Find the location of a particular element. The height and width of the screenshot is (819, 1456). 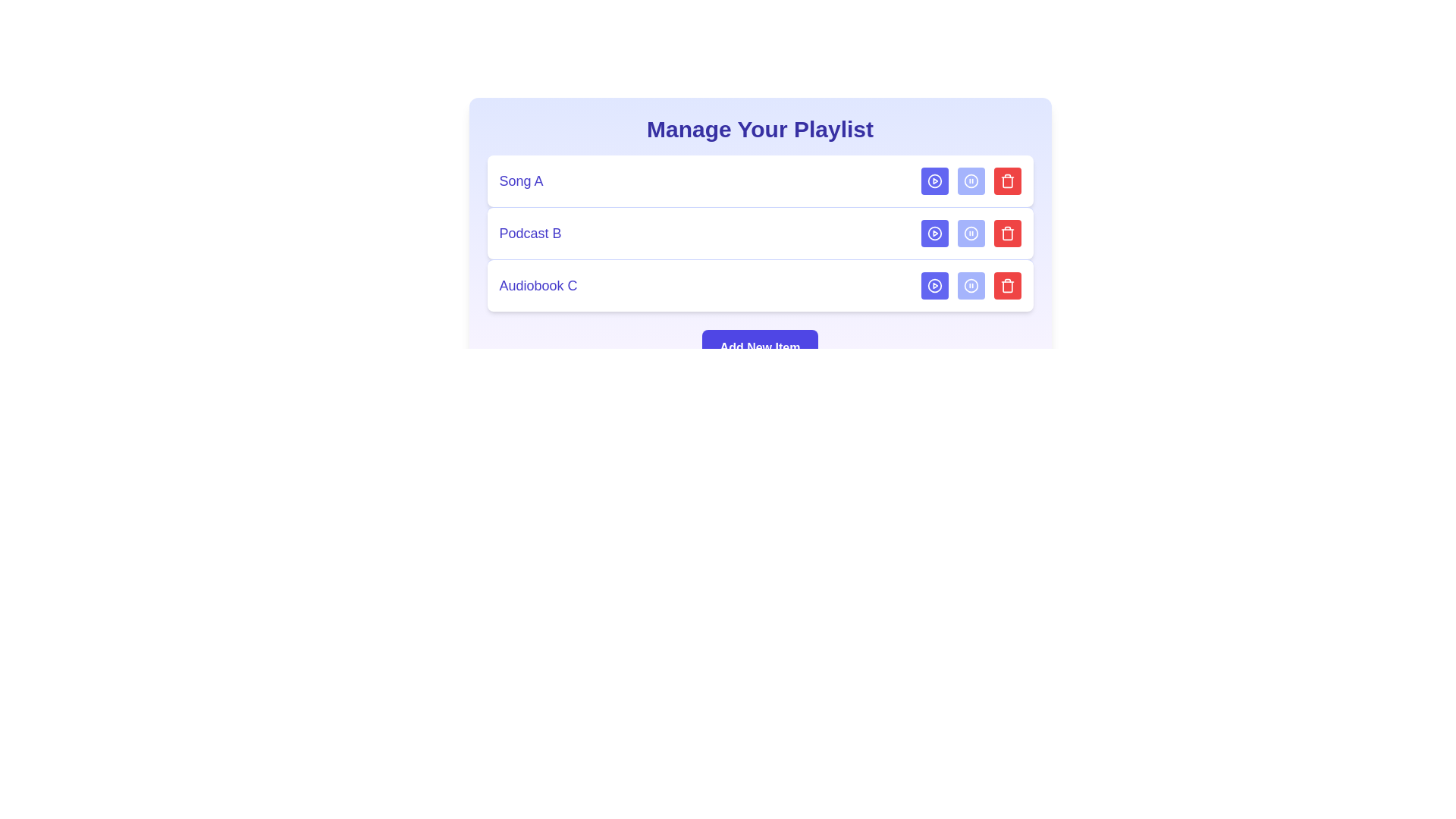

'Play' button for the media item Song A is located at coordinates (934, 180).